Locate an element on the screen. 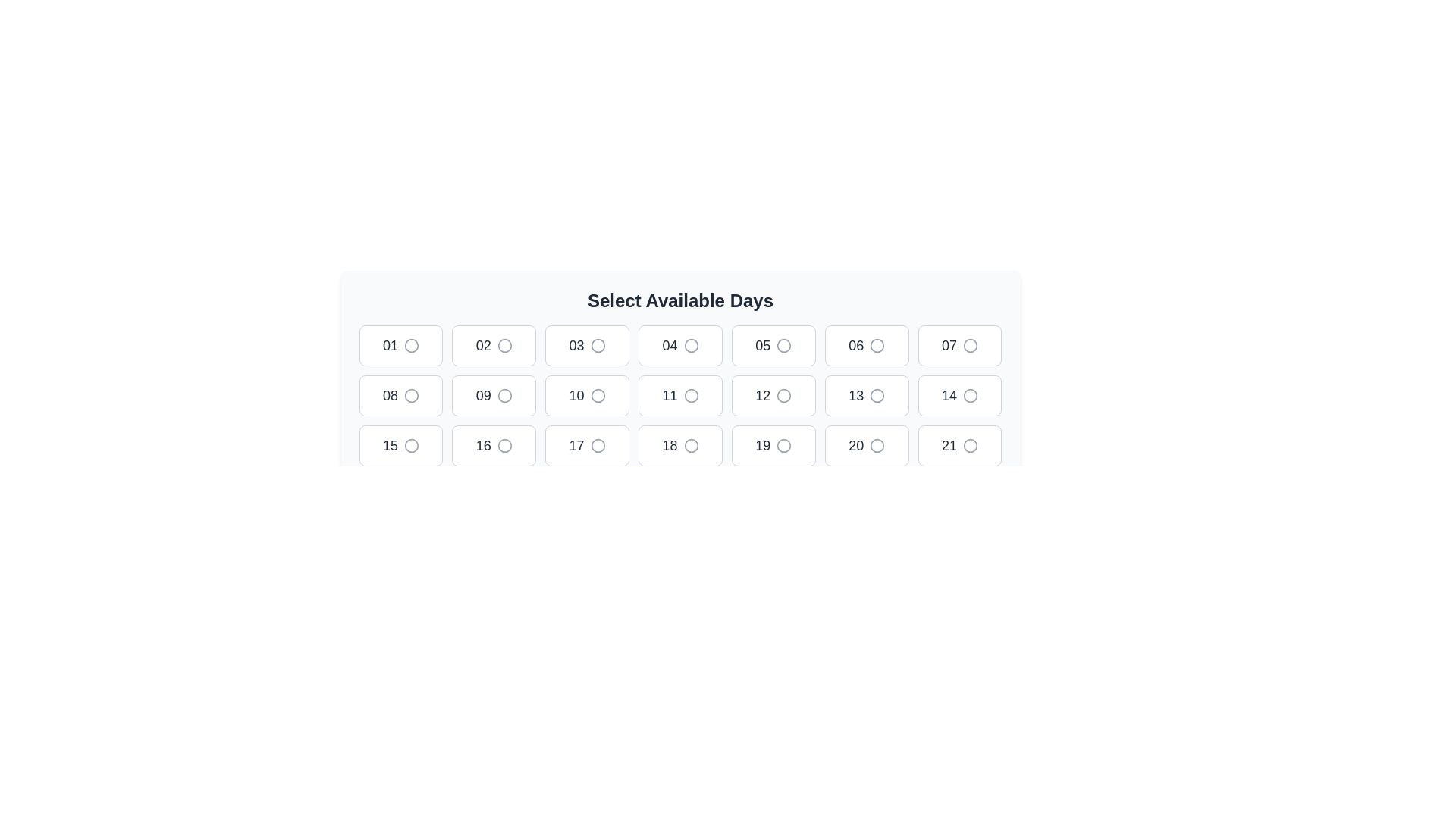  the circular selection indicator (radio button) labeled '03' is located at coordinates (597, 345).